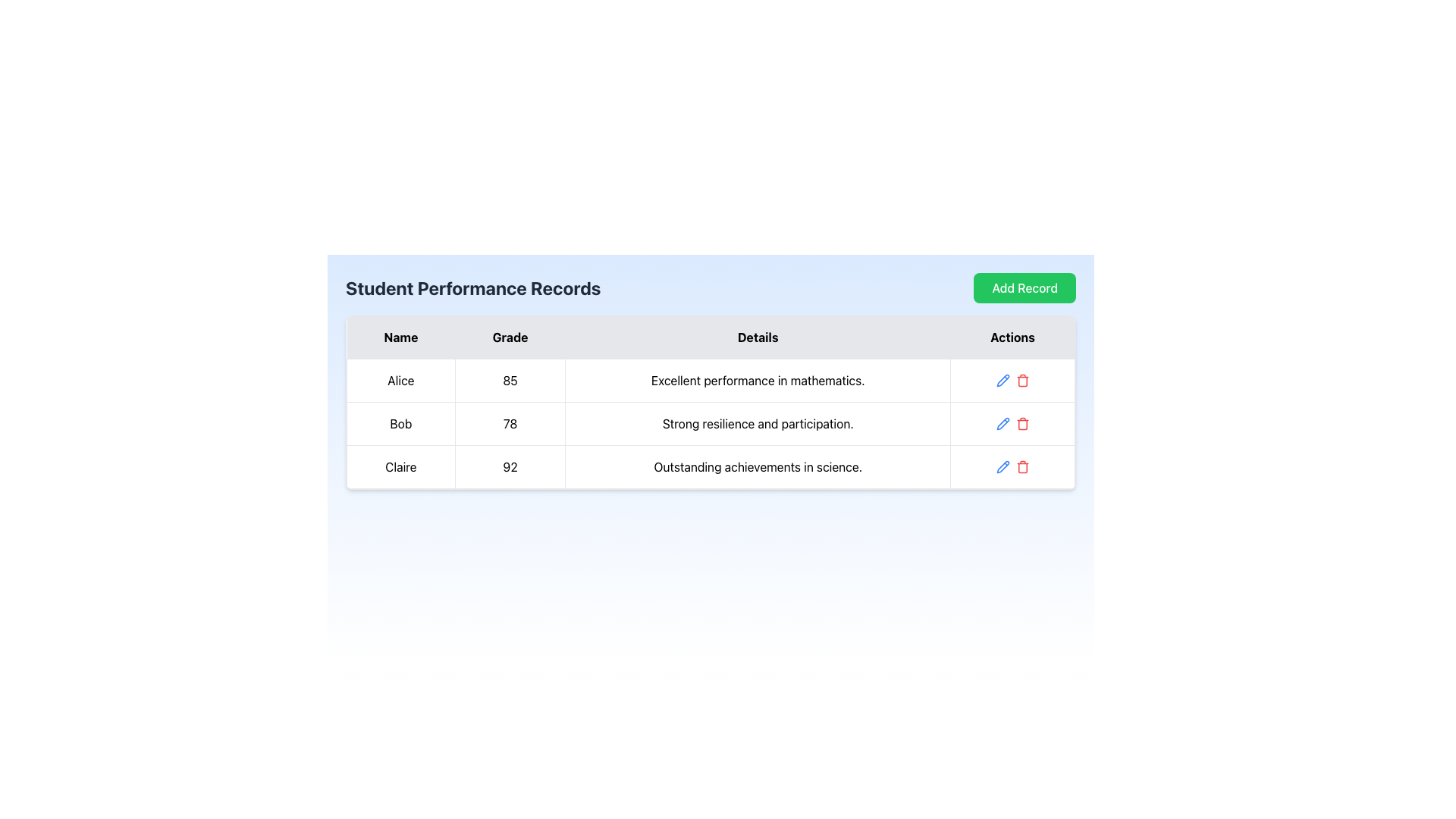 This screenshot has height=819, width=1456. I want to click on the delete action icon located in the third row of the table under the 'Actions' column, positioned to the right of the edit pencil icon for user 'Claire', so click(1022, 467).